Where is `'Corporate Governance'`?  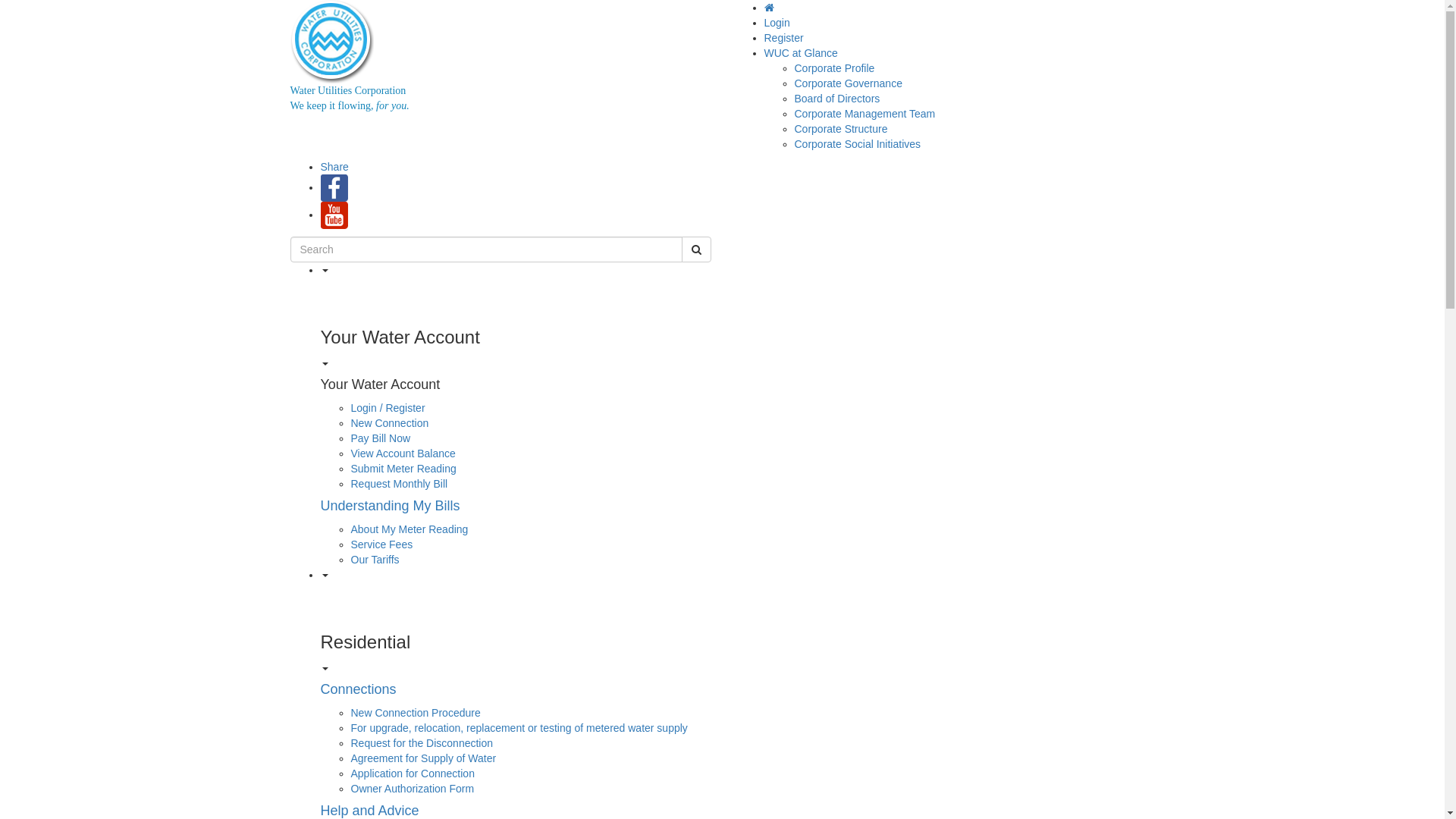 'Corporate Governance' is located at coordinates (847, 83).